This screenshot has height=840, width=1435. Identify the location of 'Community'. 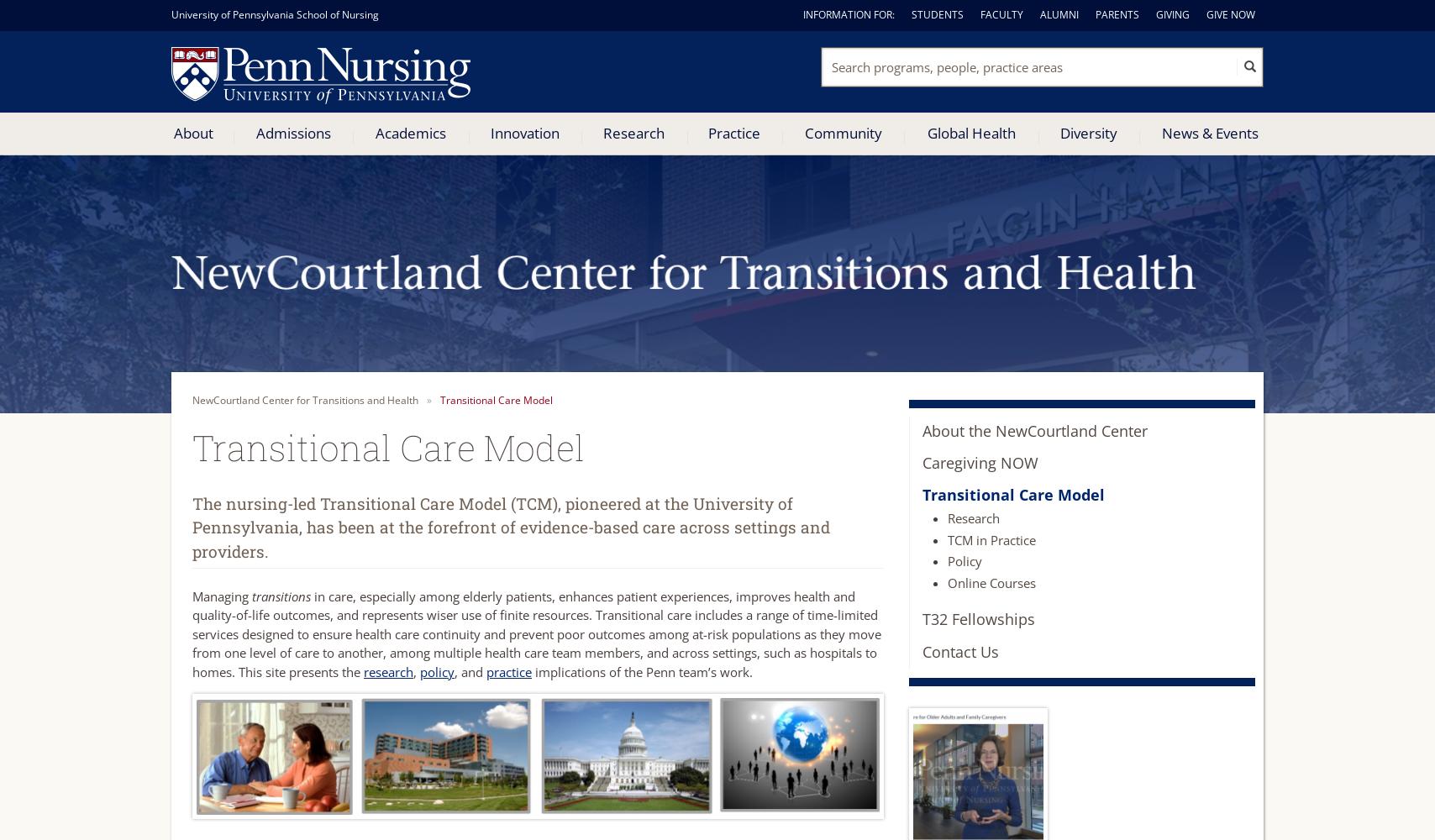
(842, 132).